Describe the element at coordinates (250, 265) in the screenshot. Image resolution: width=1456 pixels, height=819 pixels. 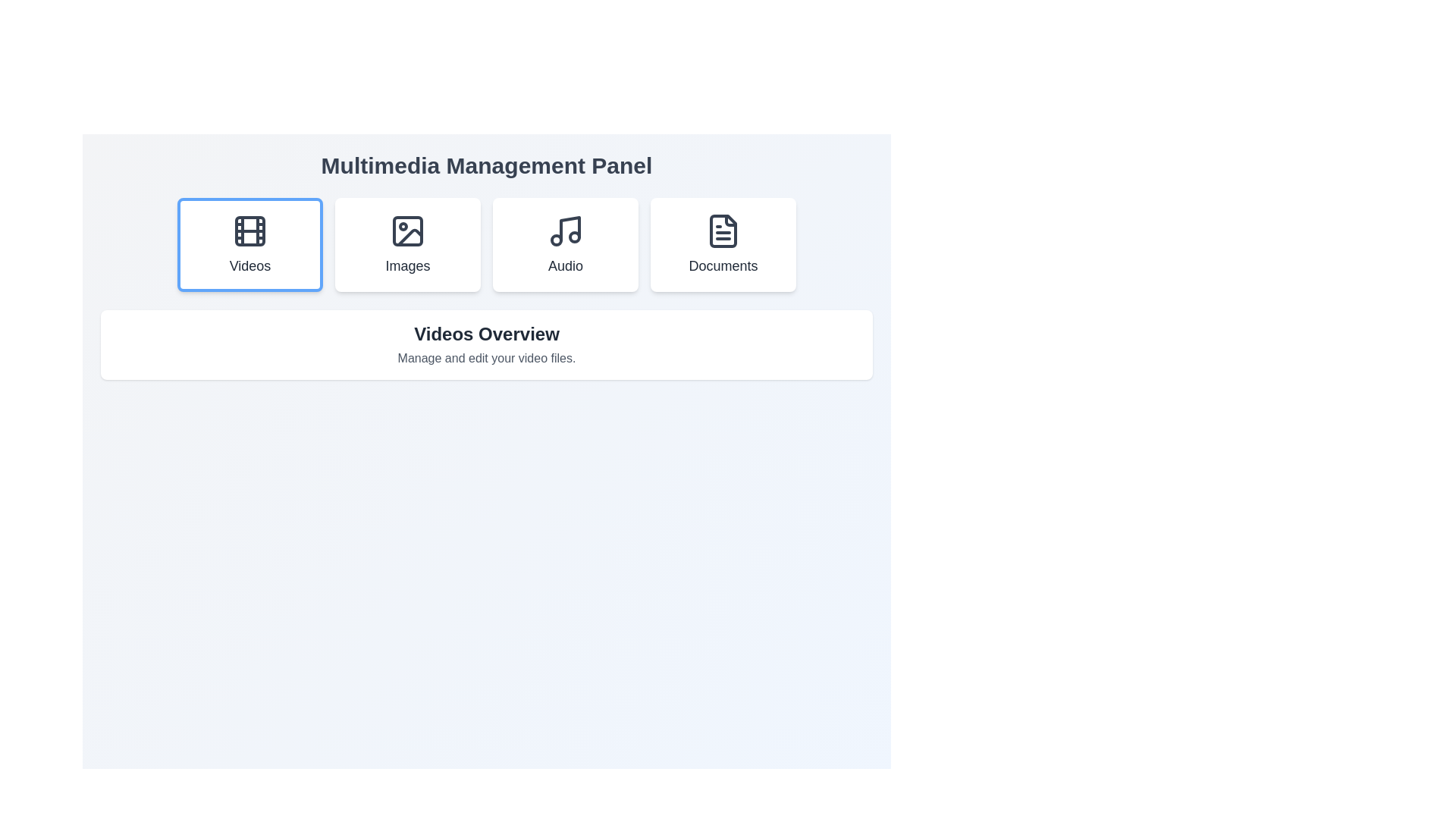
I see `the text label displaying 'Videos' in dark gray within a blue-bordered card` at that location.